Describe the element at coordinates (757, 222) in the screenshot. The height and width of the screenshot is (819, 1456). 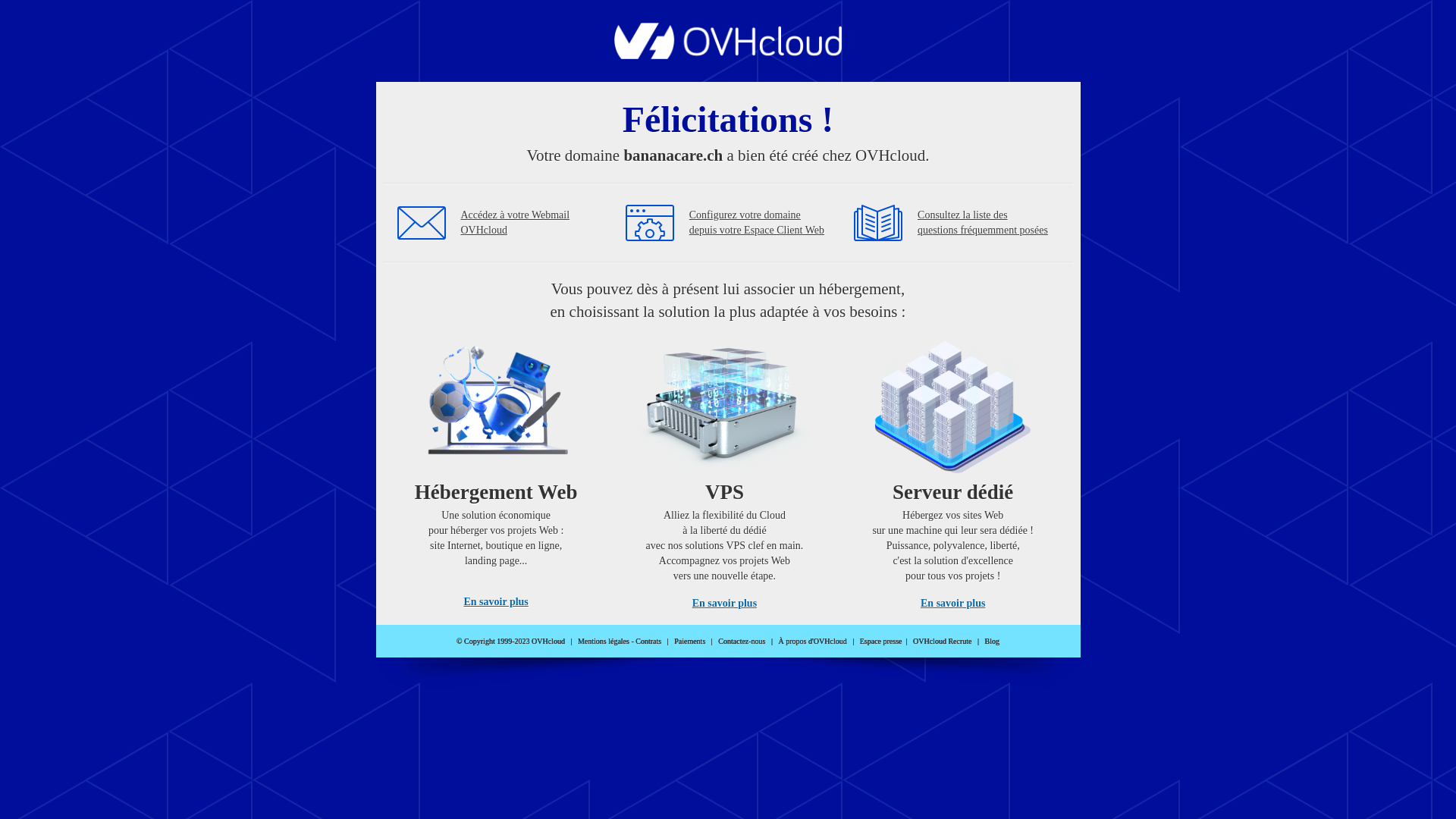
I see `'Configurez votre domaine` at that location.